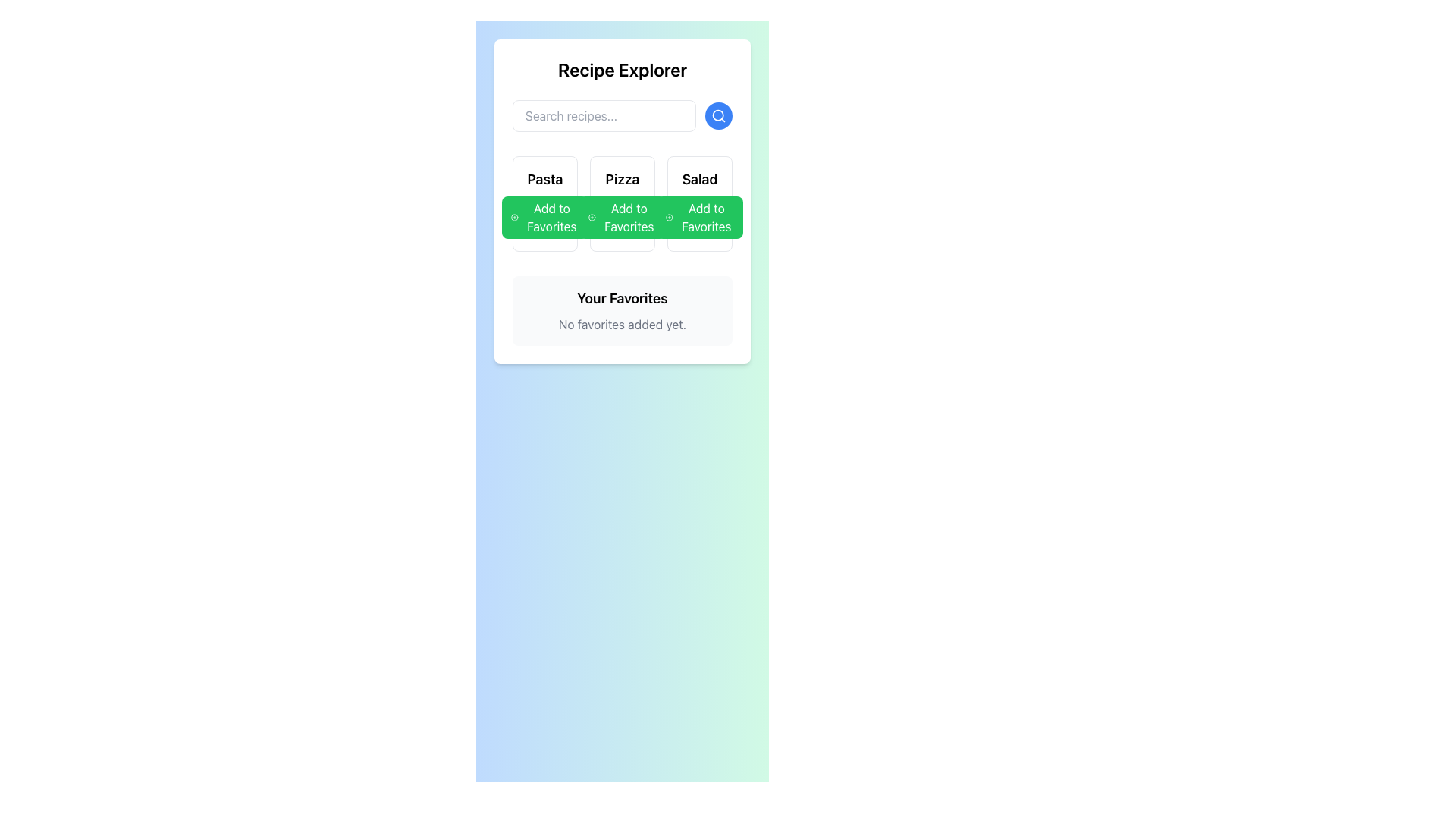 Image resolution: width=1456 pixels, height=819 pixels. I want to click on the 'Add to Favorites' button located at the bottom of the 'Salad' card, so click(698, 217).